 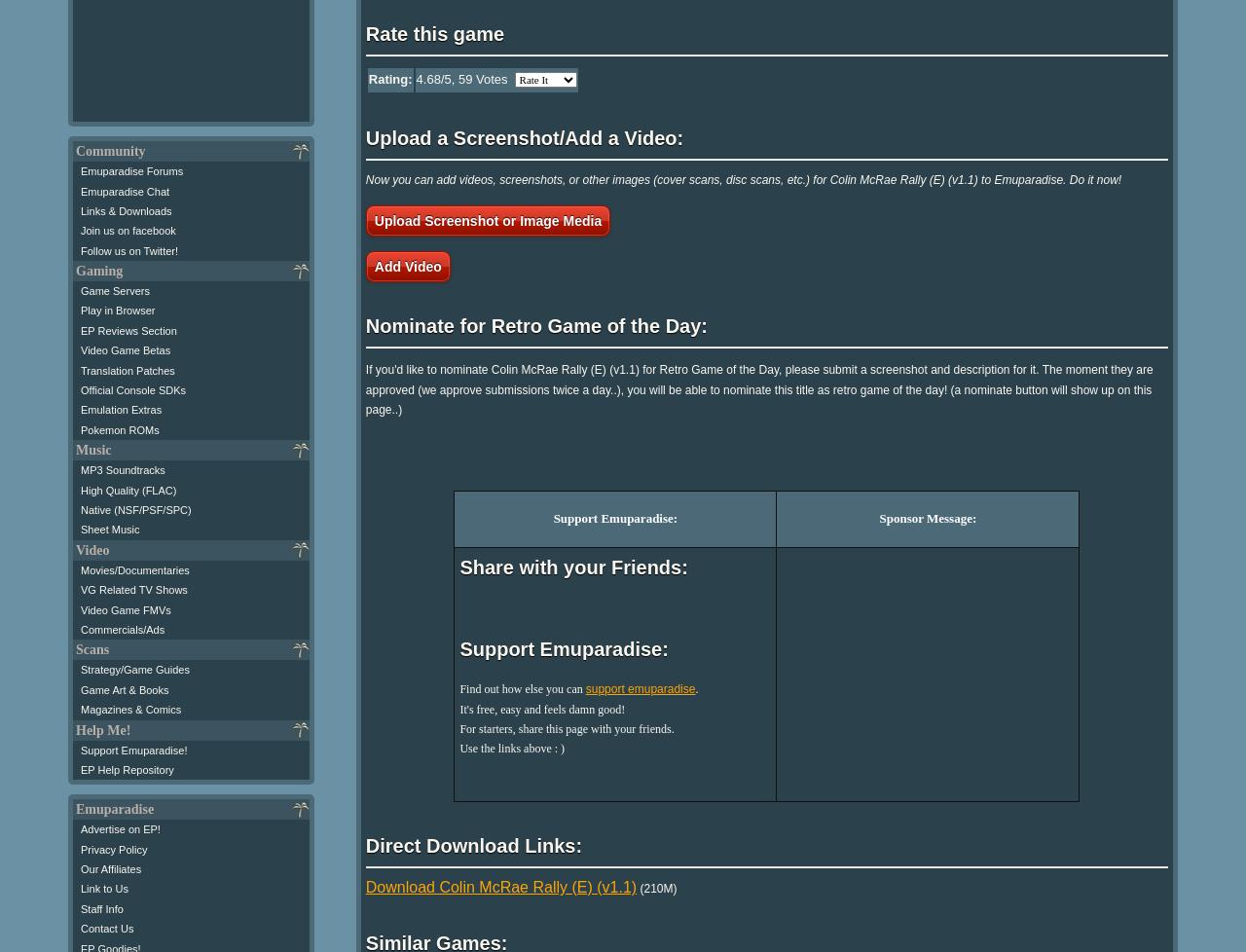 I want to click on 'Official Console SDKs', so click(x=79, y=388).